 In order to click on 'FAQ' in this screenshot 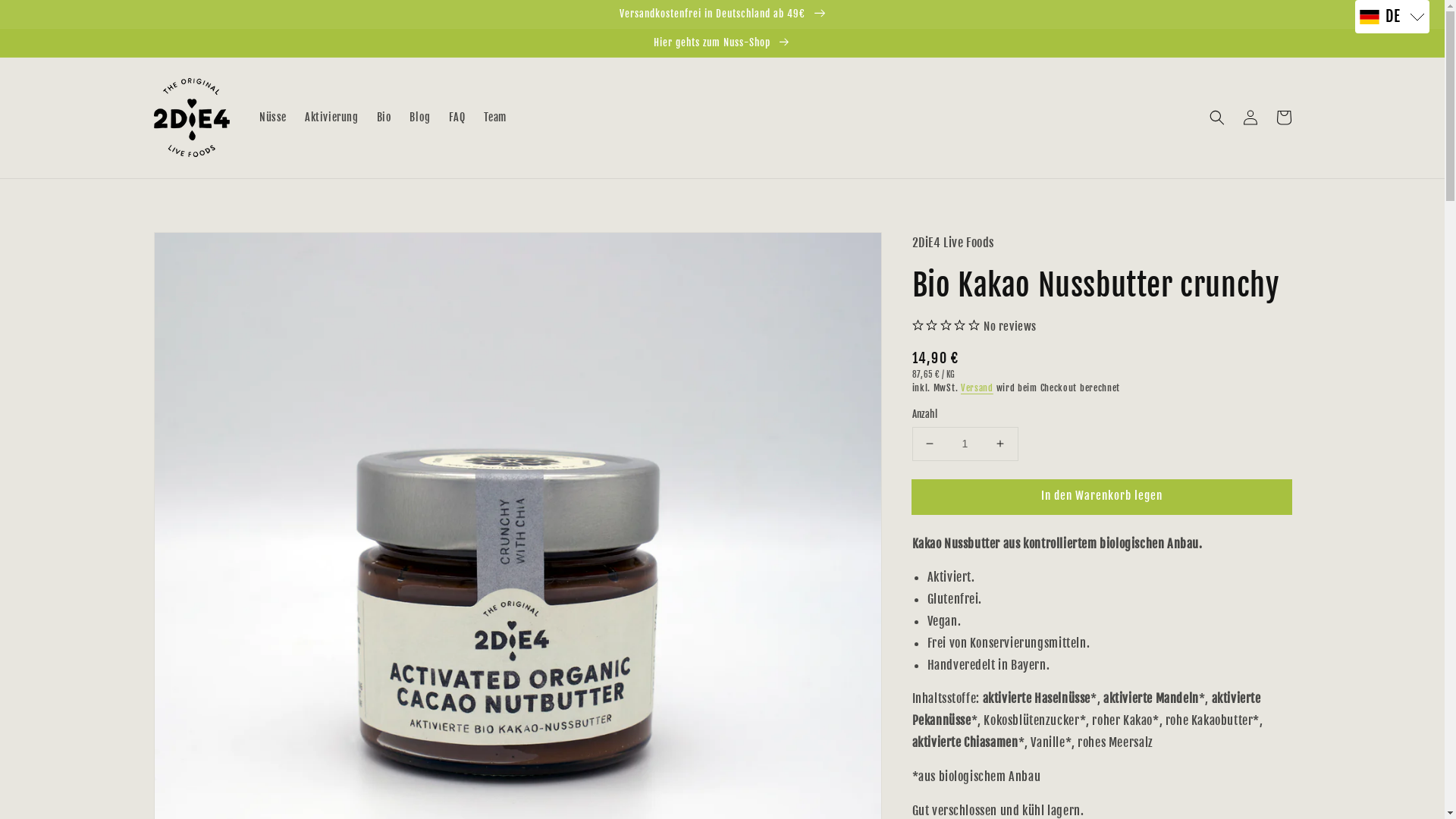, I will do `click(457, 116)`.